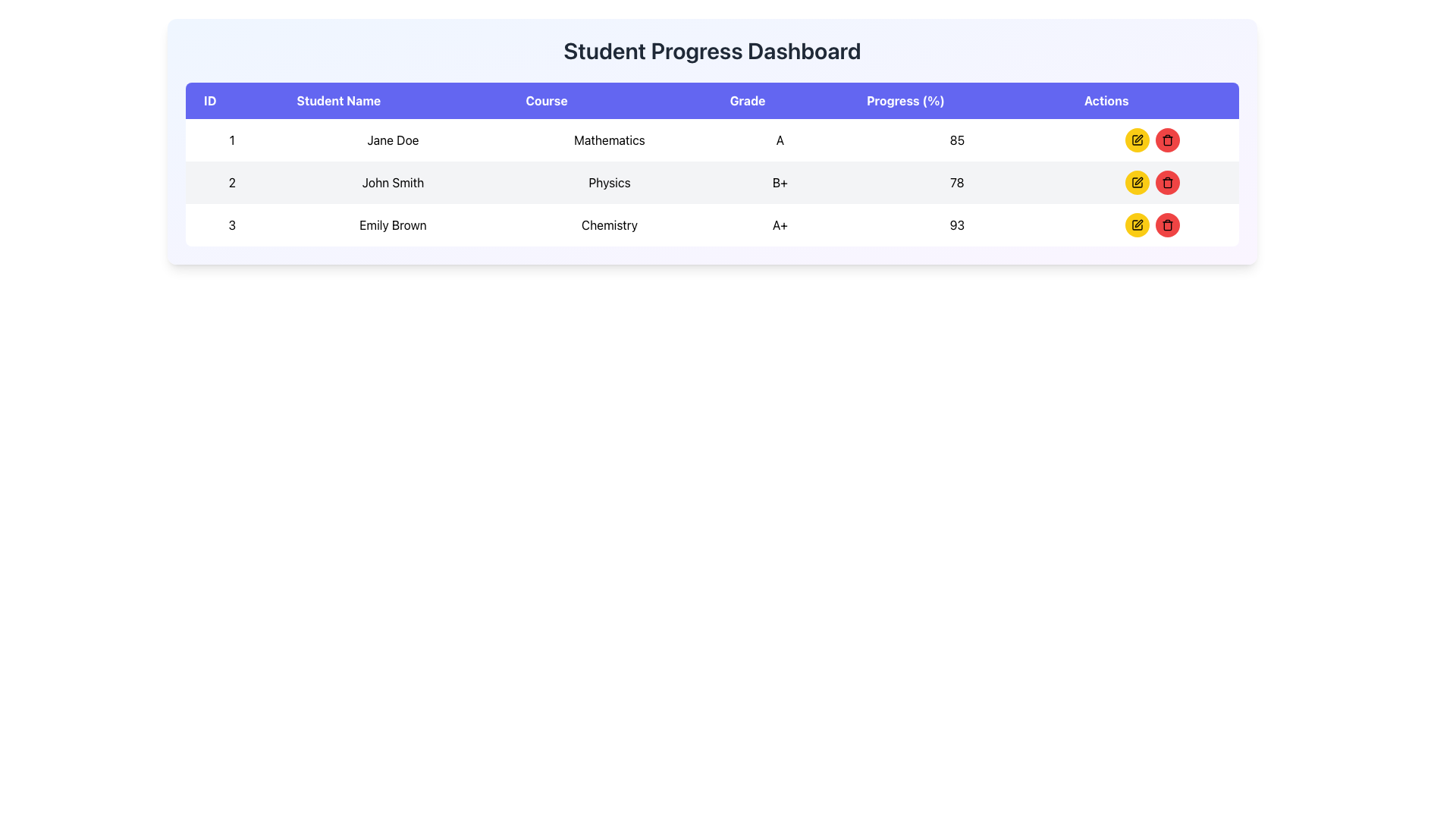  I want to click on the text display element that shows the identification number for the row corresponding to 'John Smith' in the first column under the header 'ID', so click(231, 181).